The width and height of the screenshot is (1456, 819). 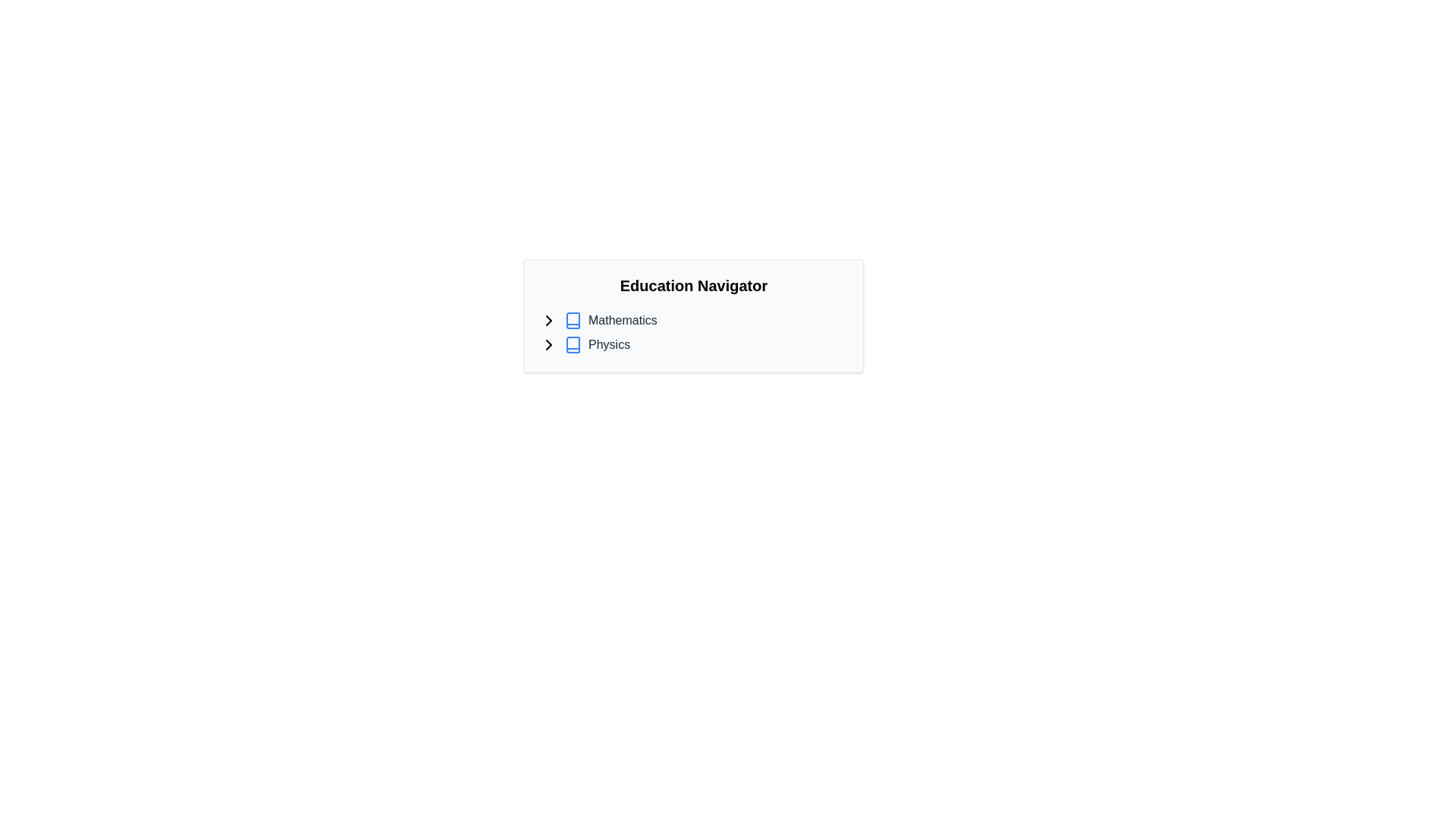 What do you see at coordinates (548, 320) in the screenshot?
I see `the right-facing chevron icon next to the checkbox and label 'Mathematics'` at bounding box center [548, 320].